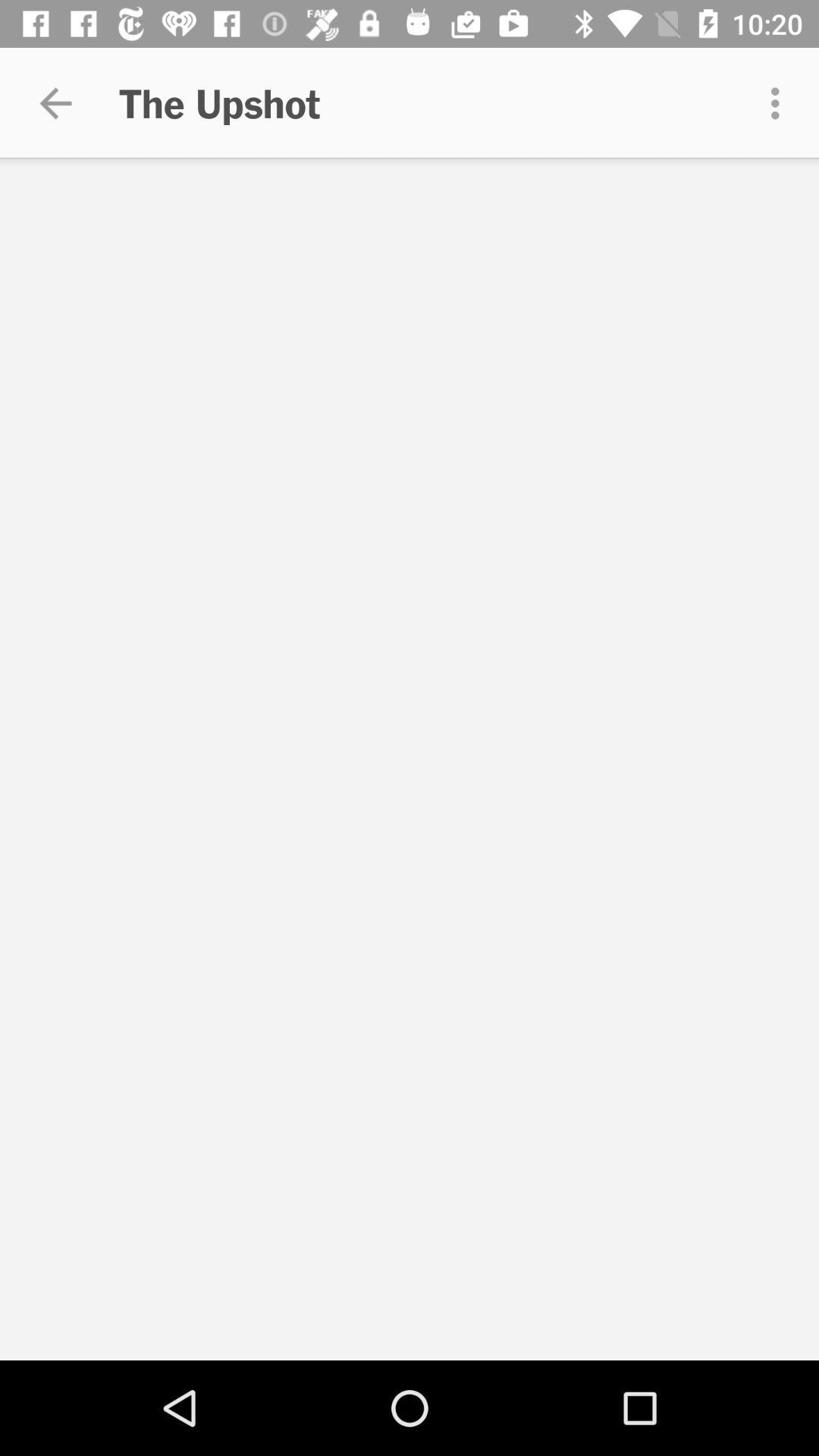 The width and height of the screenshot is (819, 1456). I want to click on the item next to the the upshot, so click(55, 102).